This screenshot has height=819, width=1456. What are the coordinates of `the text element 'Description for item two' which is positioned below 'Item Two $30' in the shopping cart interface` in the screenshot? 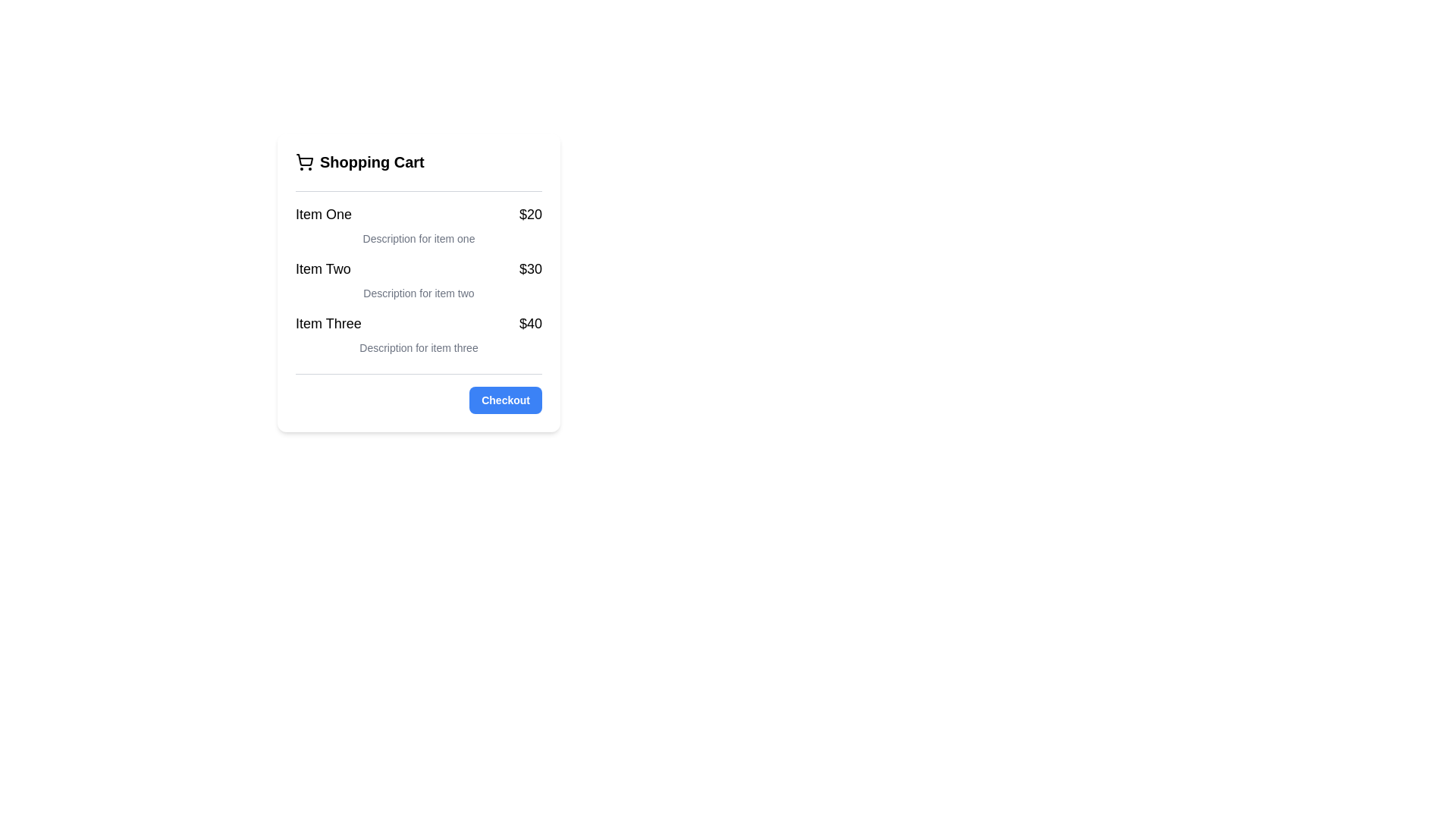 It's located at (419, 293).